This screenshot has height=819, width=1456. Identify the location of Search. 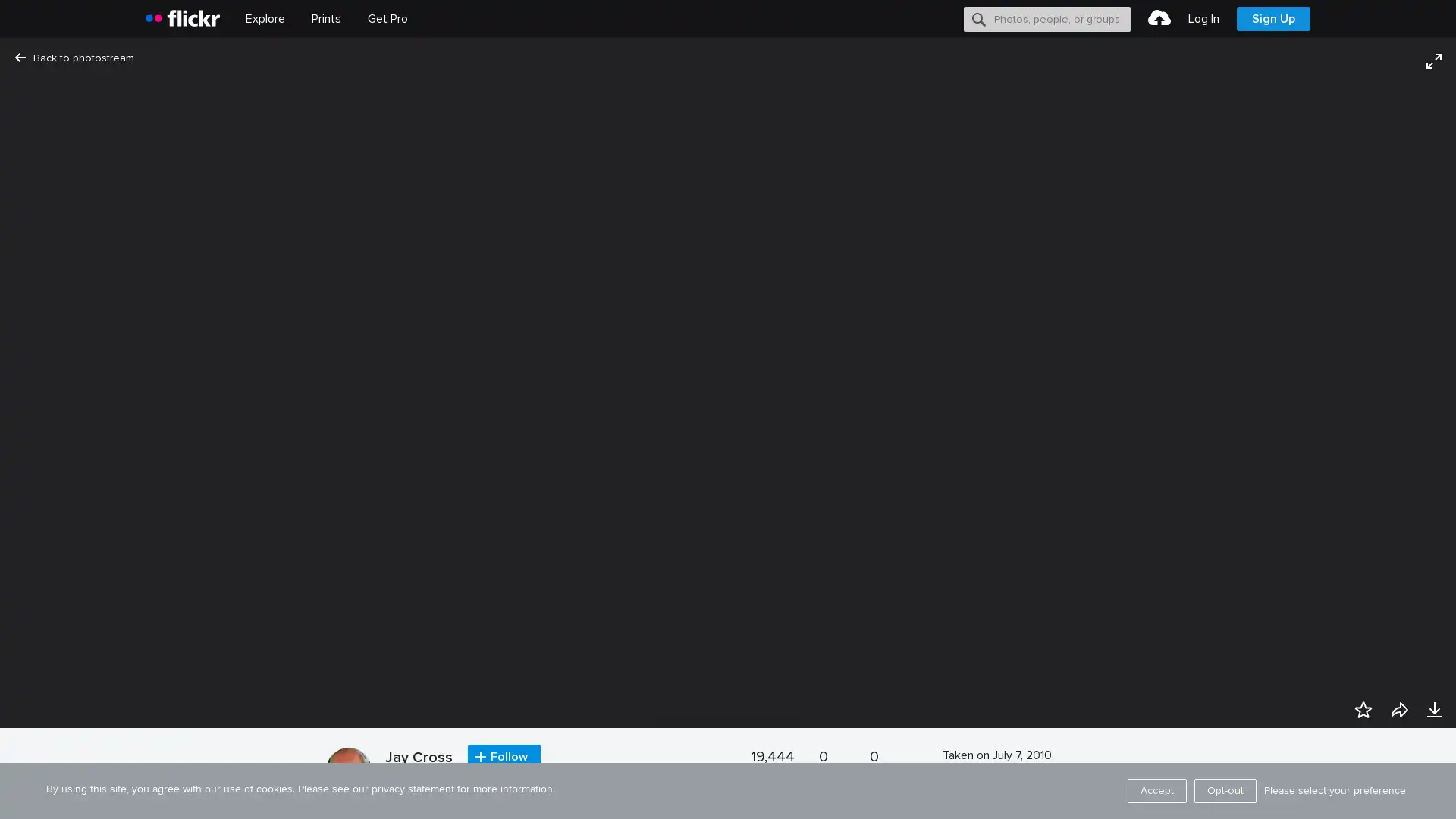
(979, 18).